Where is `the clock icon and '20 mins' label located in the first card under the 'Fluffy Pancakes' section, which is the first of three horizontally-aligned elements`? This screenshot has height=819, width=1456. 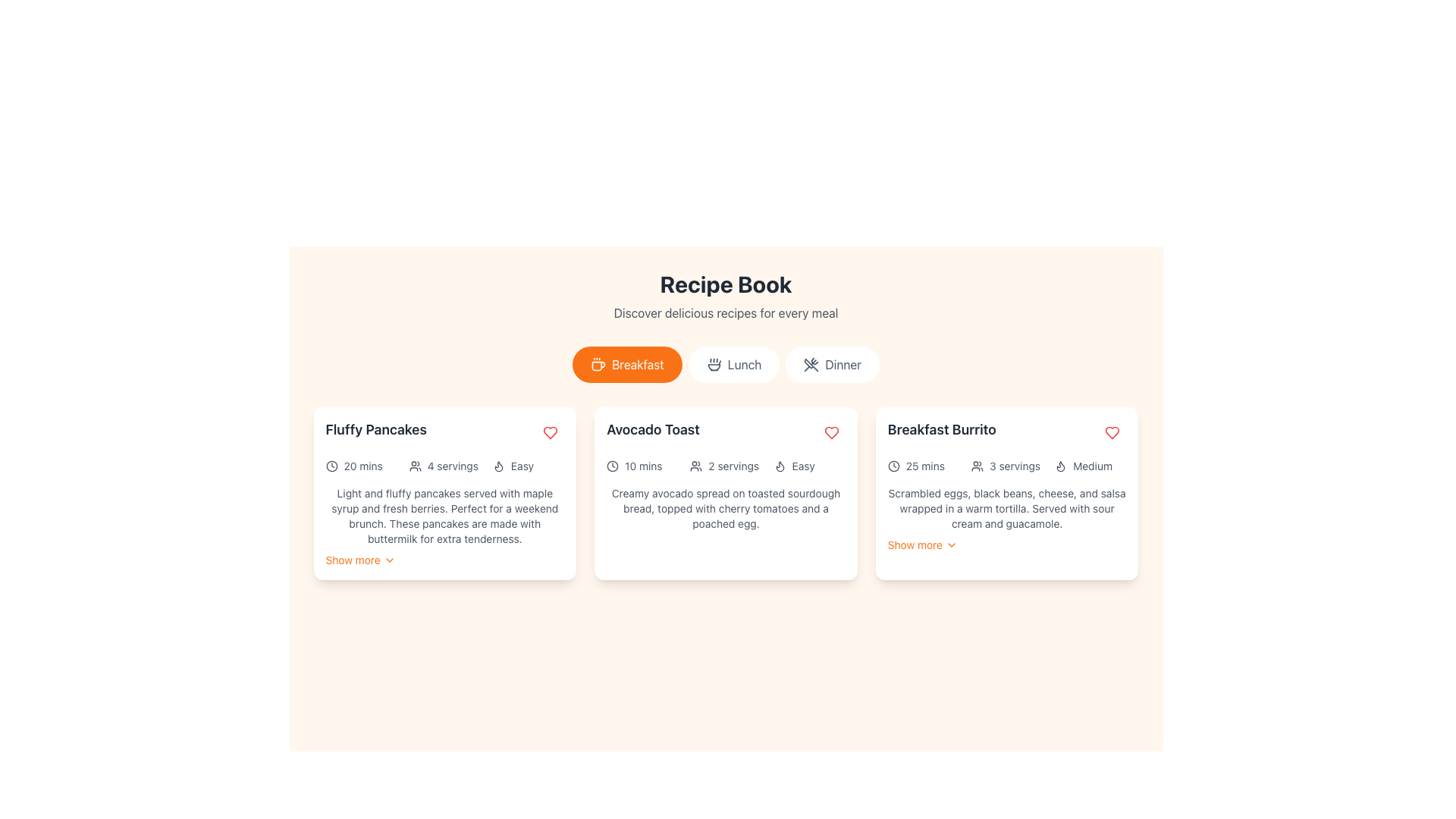 the clock icon and '20 mins' label located in the first card under the 'Fluffy Pancakes' section, which is the first of three horizontally-aligned elements is located at coordinates (360, 465).